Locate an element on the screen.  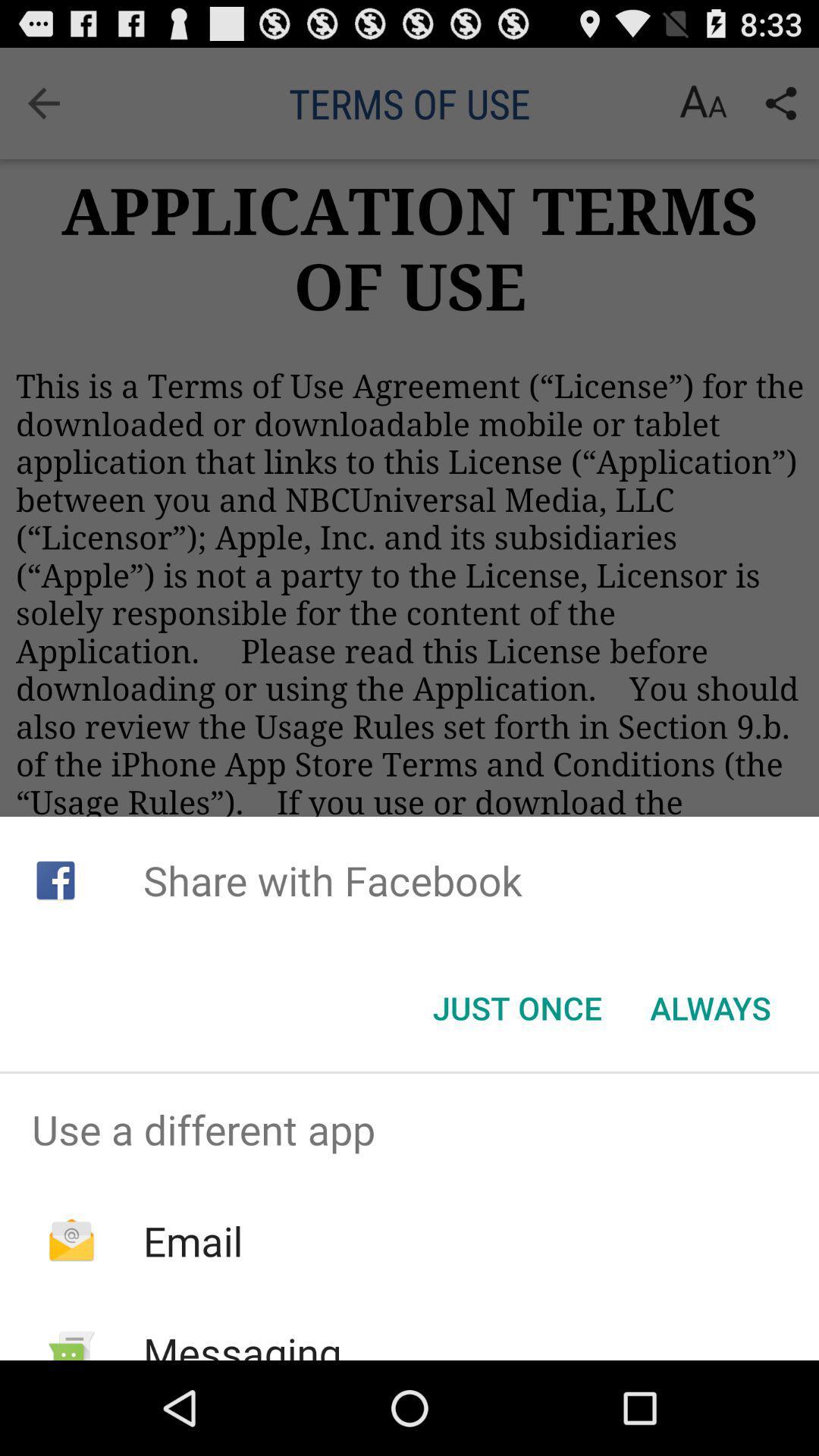
the always button is located at coordinates (711, 1008).